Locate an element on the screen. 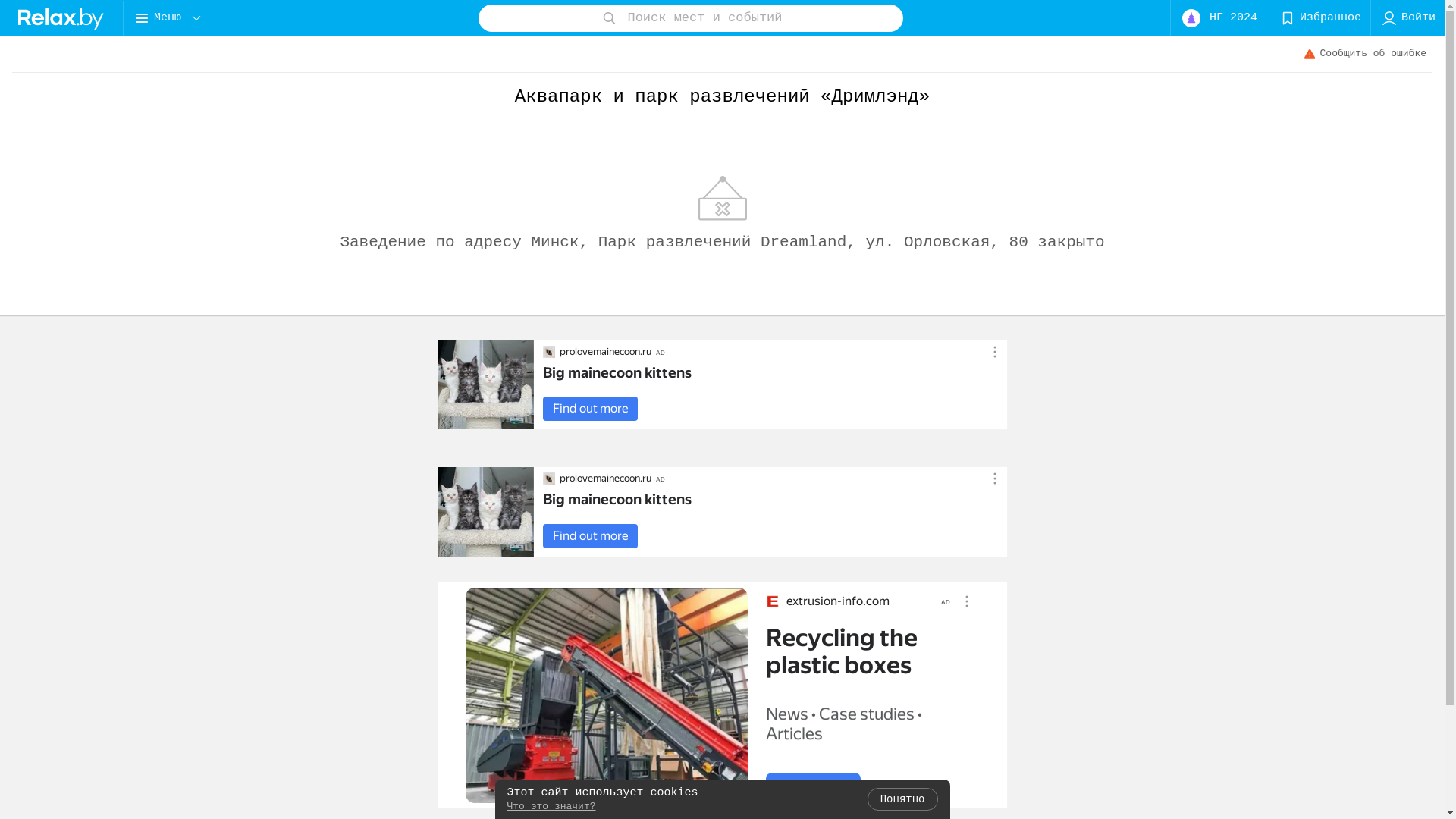  'logo' is located at coordinates (18, 17).